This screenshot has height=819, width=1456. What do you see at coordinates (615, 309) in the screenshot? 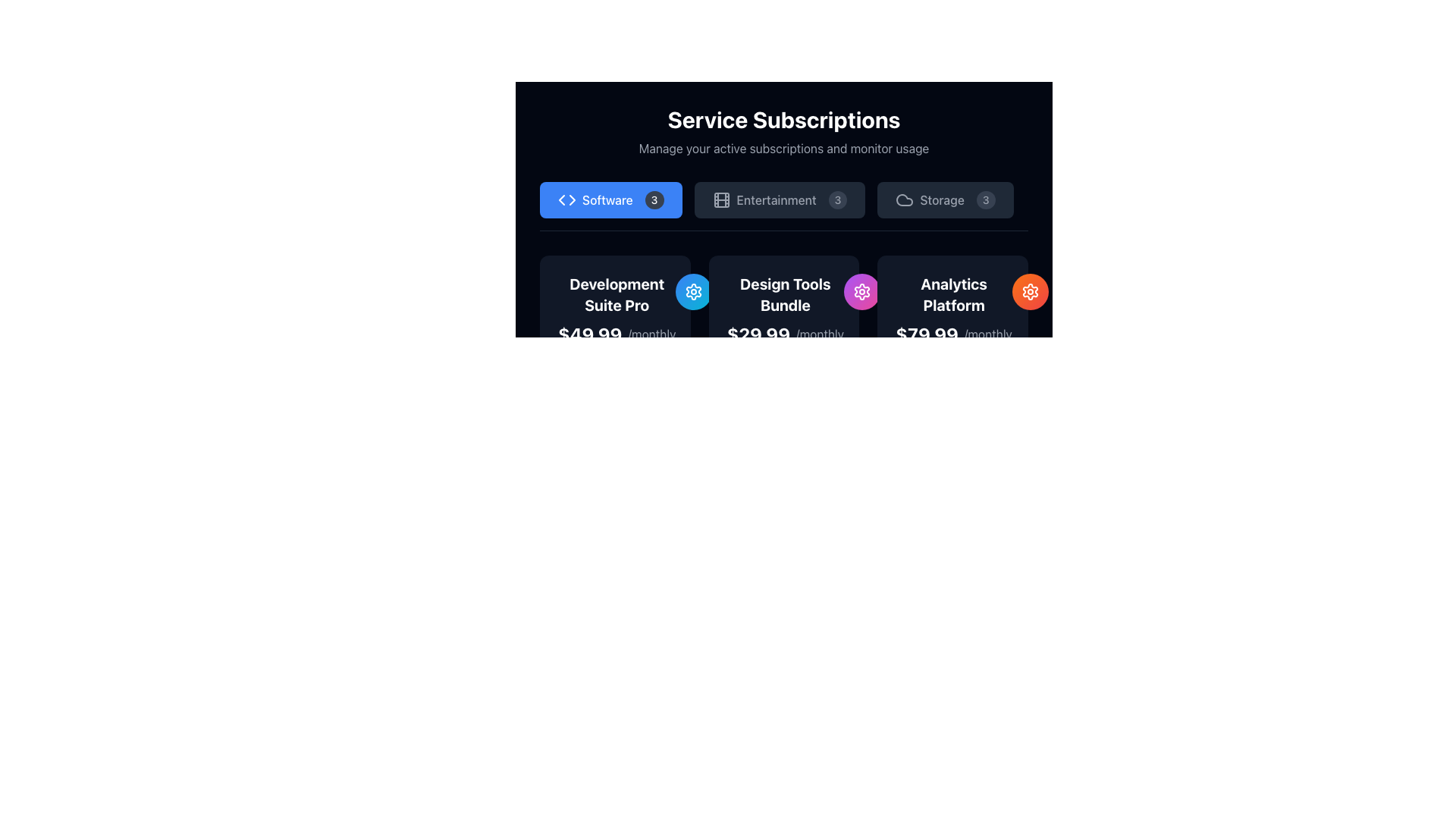
I see `the 'Development Suite Pro' subscription plan card, which features the title in bold white text on a dark blue background and the price '$49.99/monthly' prominently displayed` at bounding box center [615, 309].